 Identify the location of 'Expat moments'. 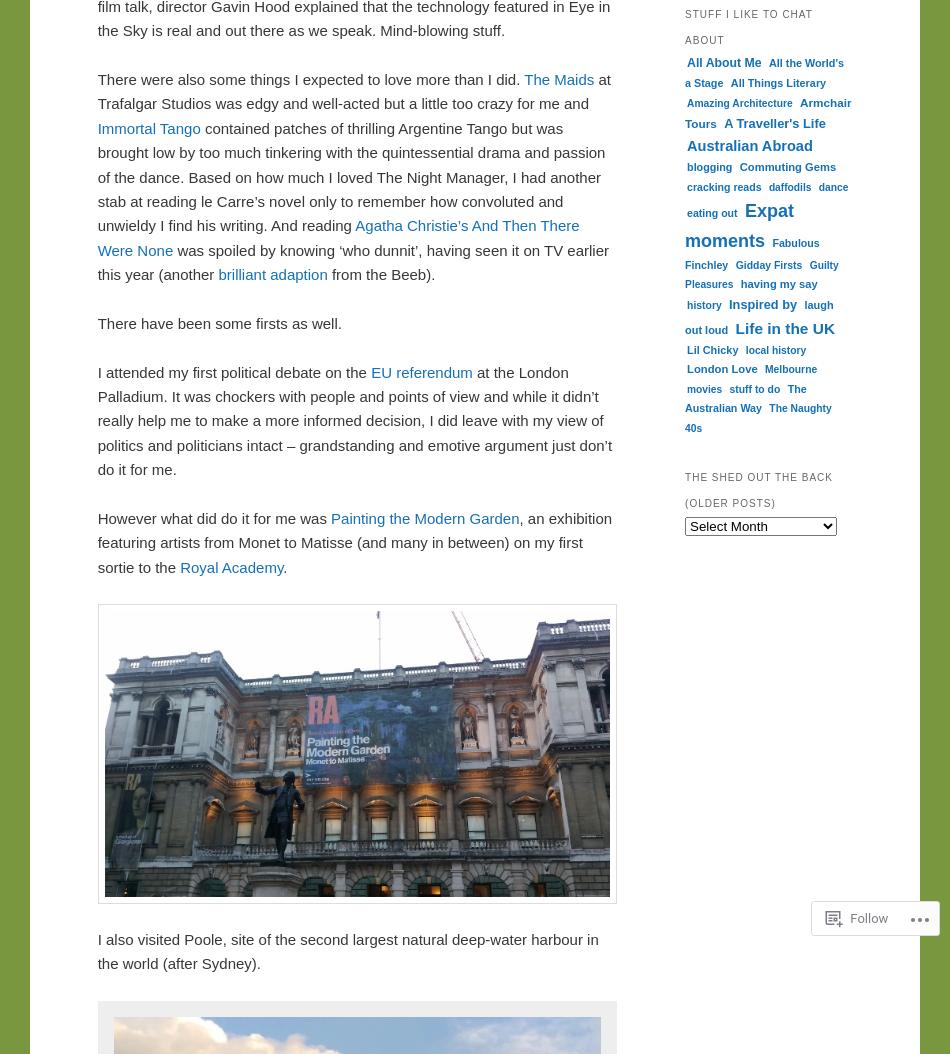
(738, 225).